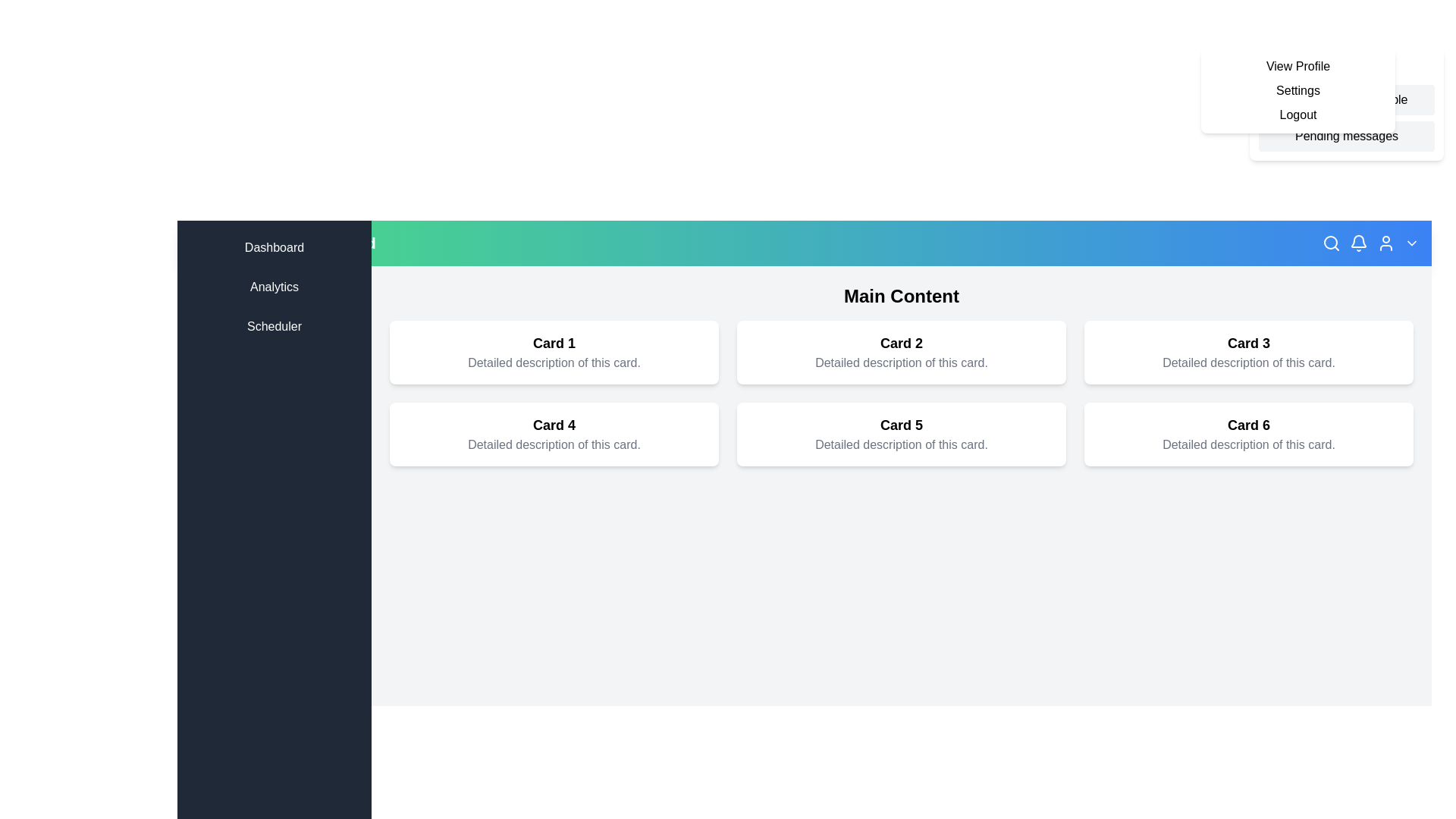 Image resolution: width=1456 pixels, height=819 pixels. What do you see at coordinates (1330, 242) in the screenshot?
I see `the circular graphical element resembling a magnifying glass lens located in the top-right corner of the interface` at bounding box center [1330, 242].